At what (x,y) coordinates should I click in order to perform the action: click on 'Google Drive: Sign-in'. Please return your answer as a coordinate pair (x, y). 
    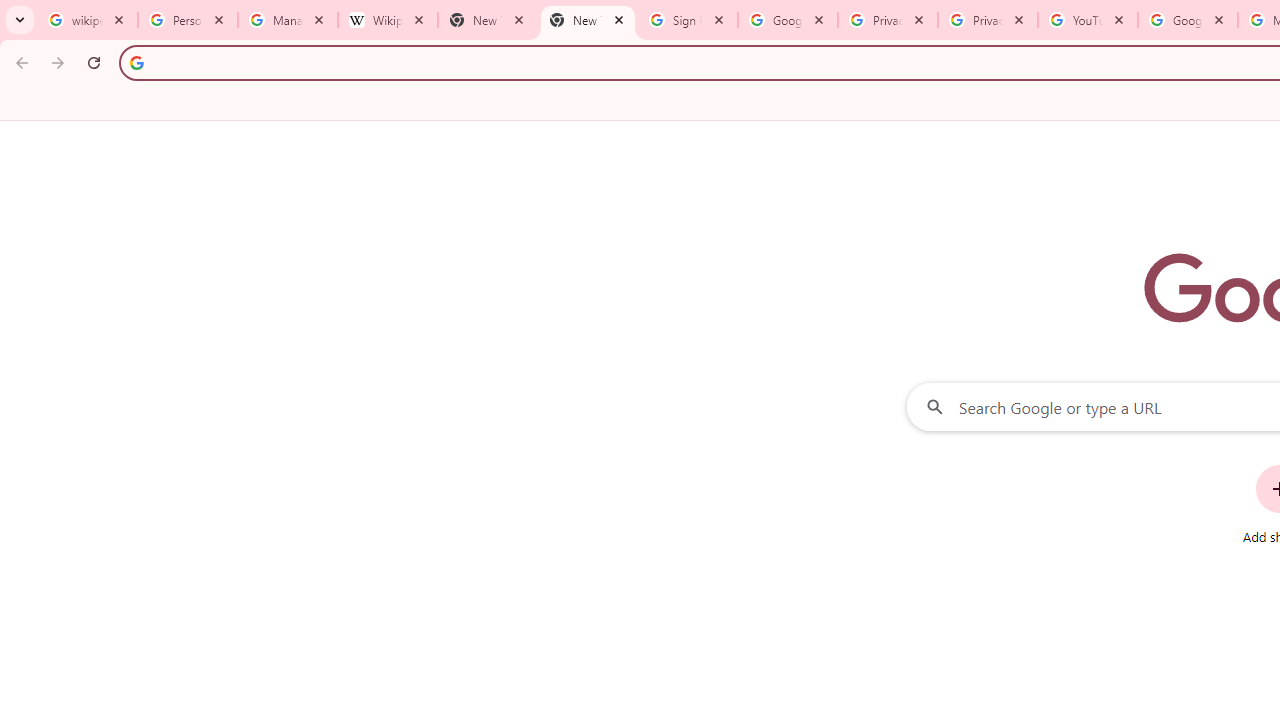
    Looking at the image, I should click on (787, 20).